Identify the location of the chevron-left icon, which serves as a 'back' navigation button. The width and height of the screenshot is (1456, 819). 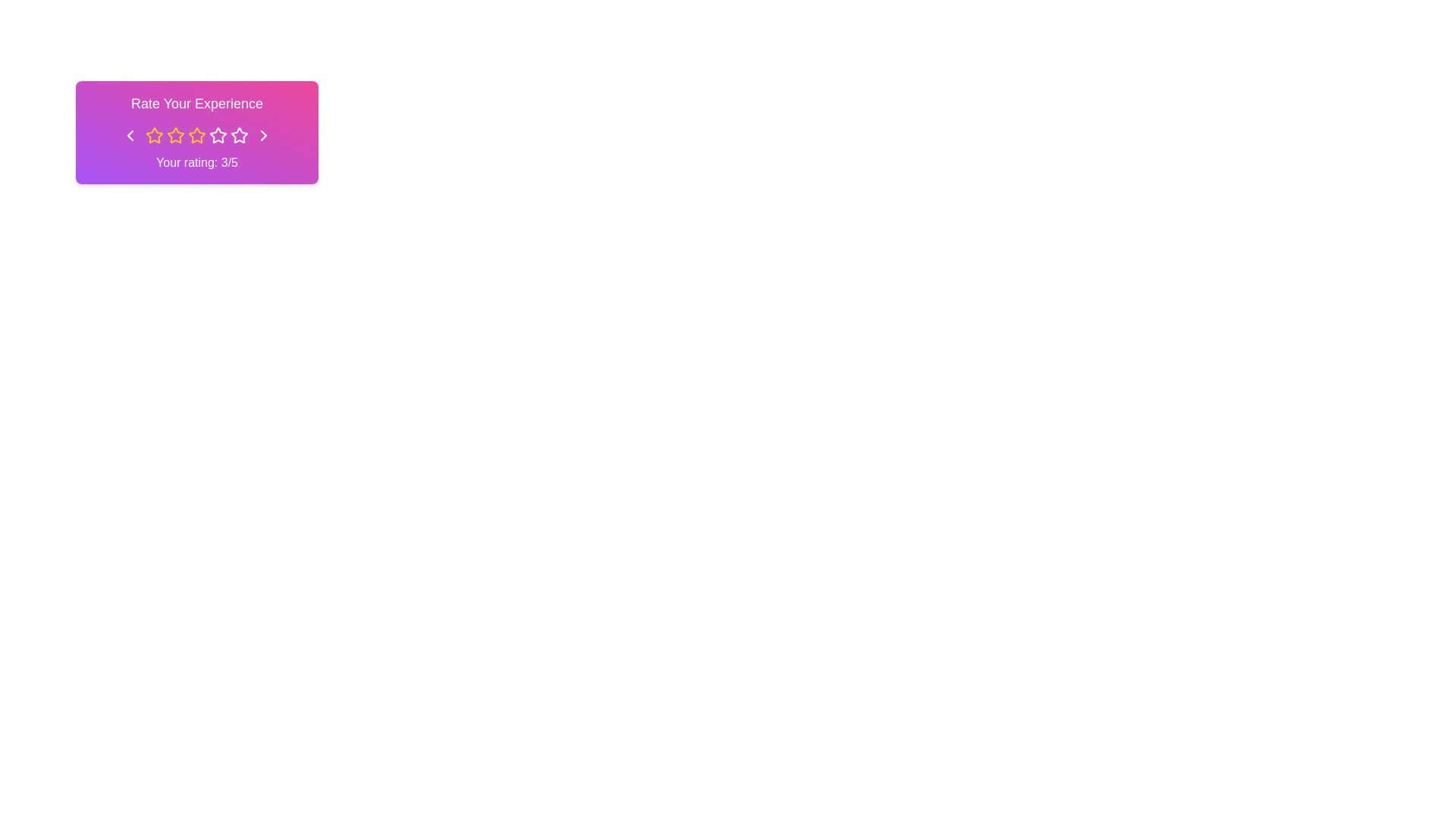
(130, 134).